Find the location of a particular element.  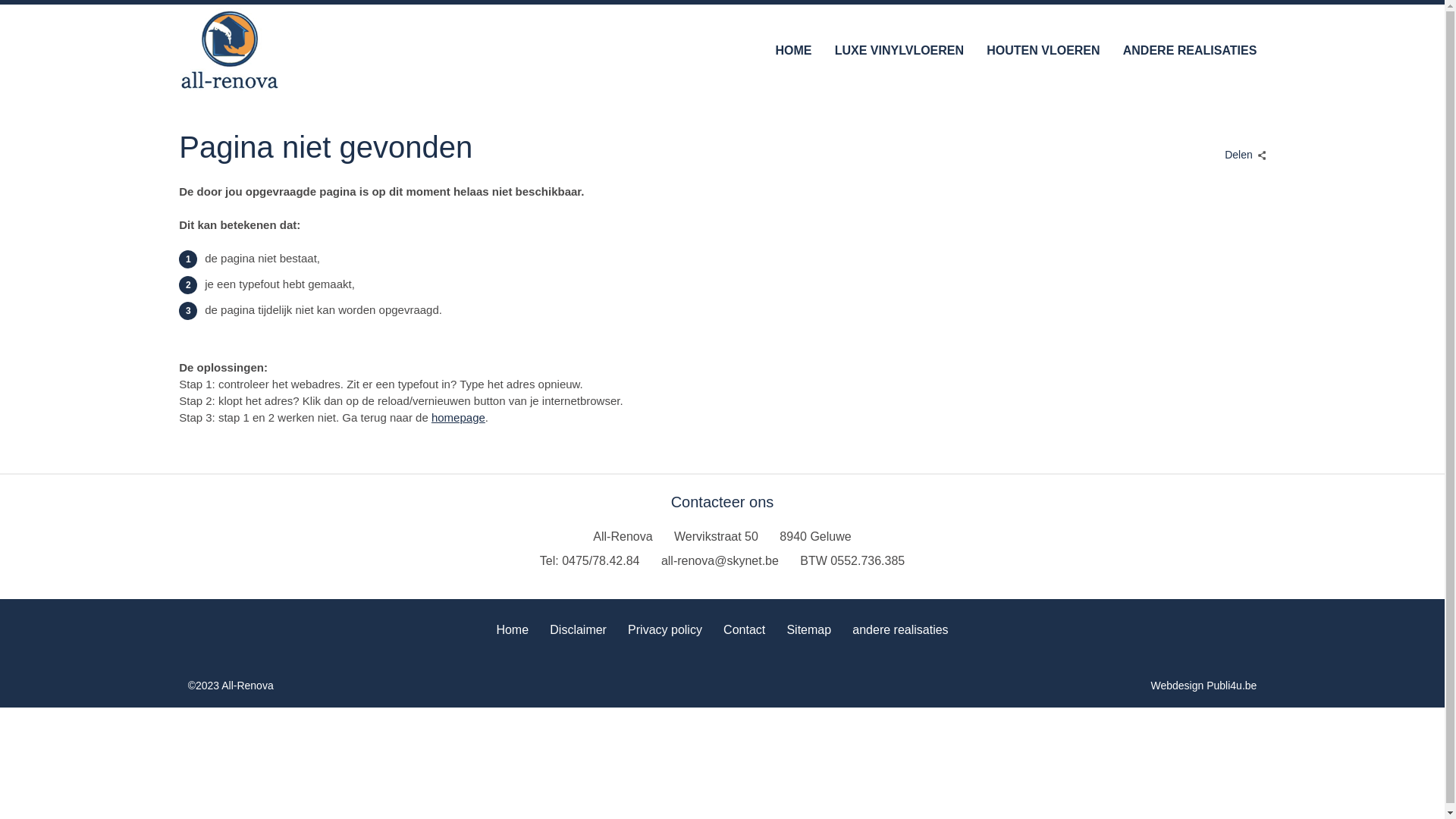

'HOUTEN VLOEREN' is located at coordinates (1042, 49).